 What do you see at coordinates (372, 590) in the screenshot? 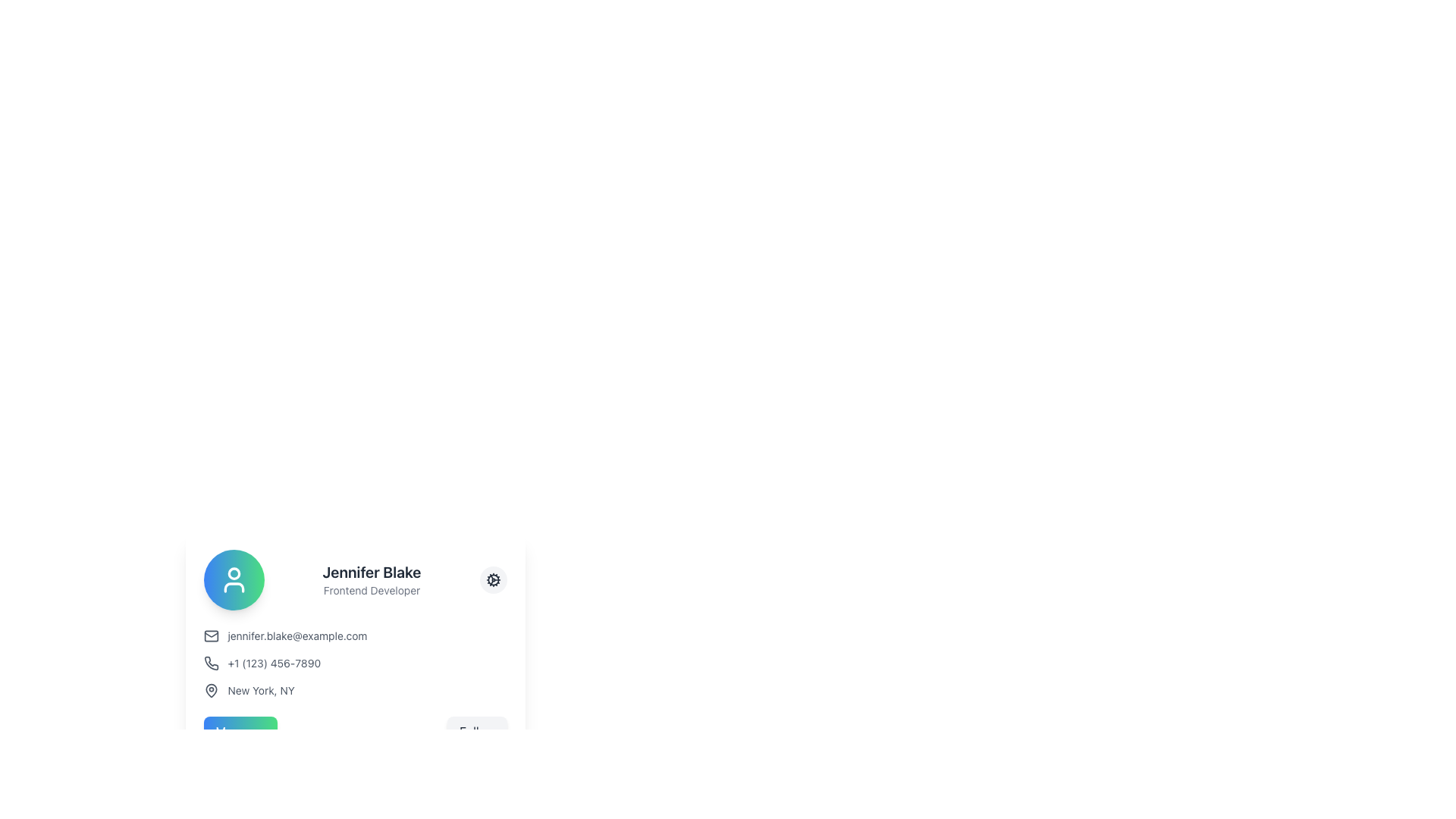
I see `the text block indicating the user's profession, which reads 'Frontend Developer', located directly below 'Jennifer Blake'` at bounding box center [372, 590].